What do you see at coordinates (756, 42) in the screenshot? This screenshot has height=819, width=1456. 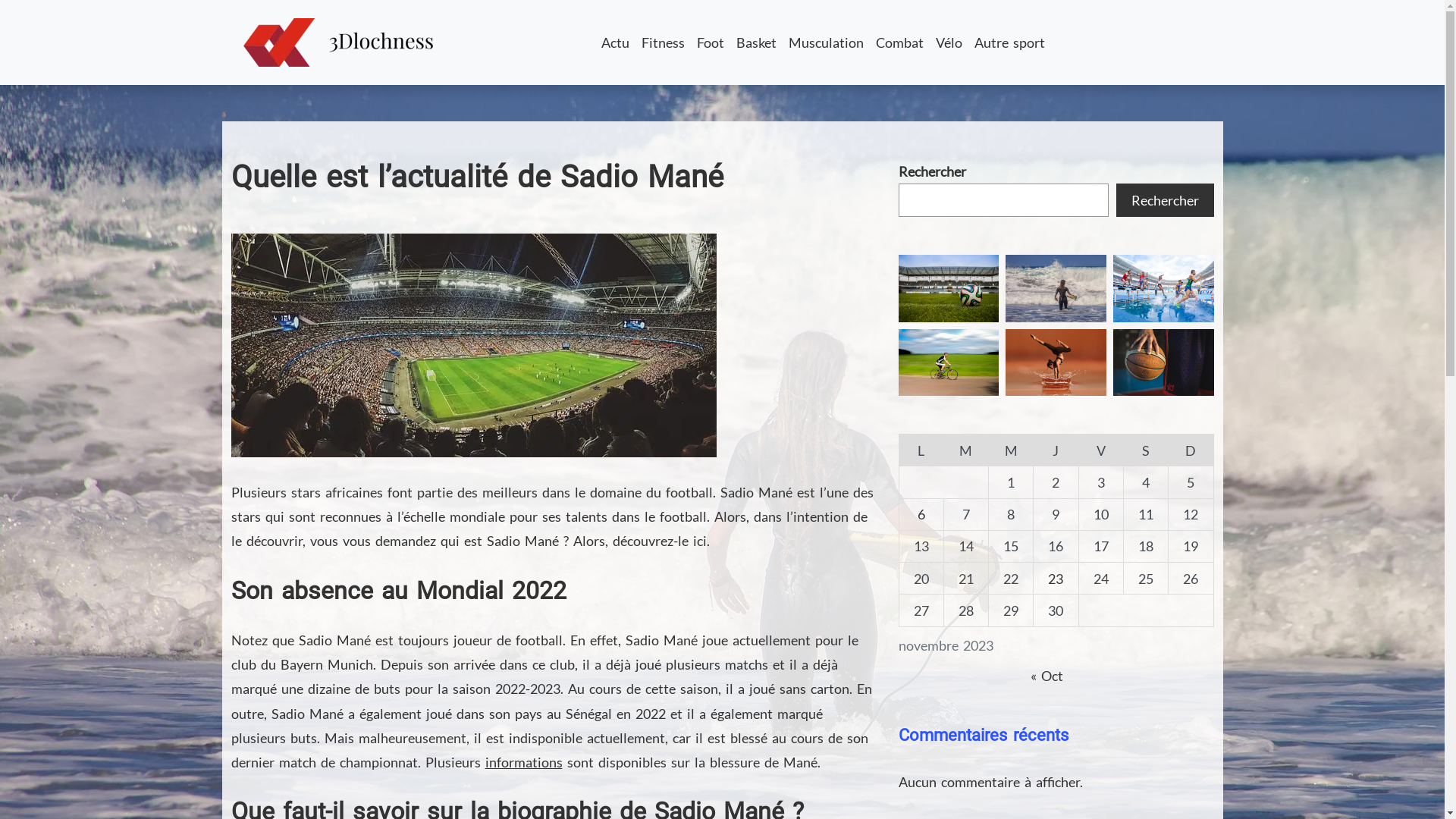 I see `'Basket'` at bounding box center [756, 42].